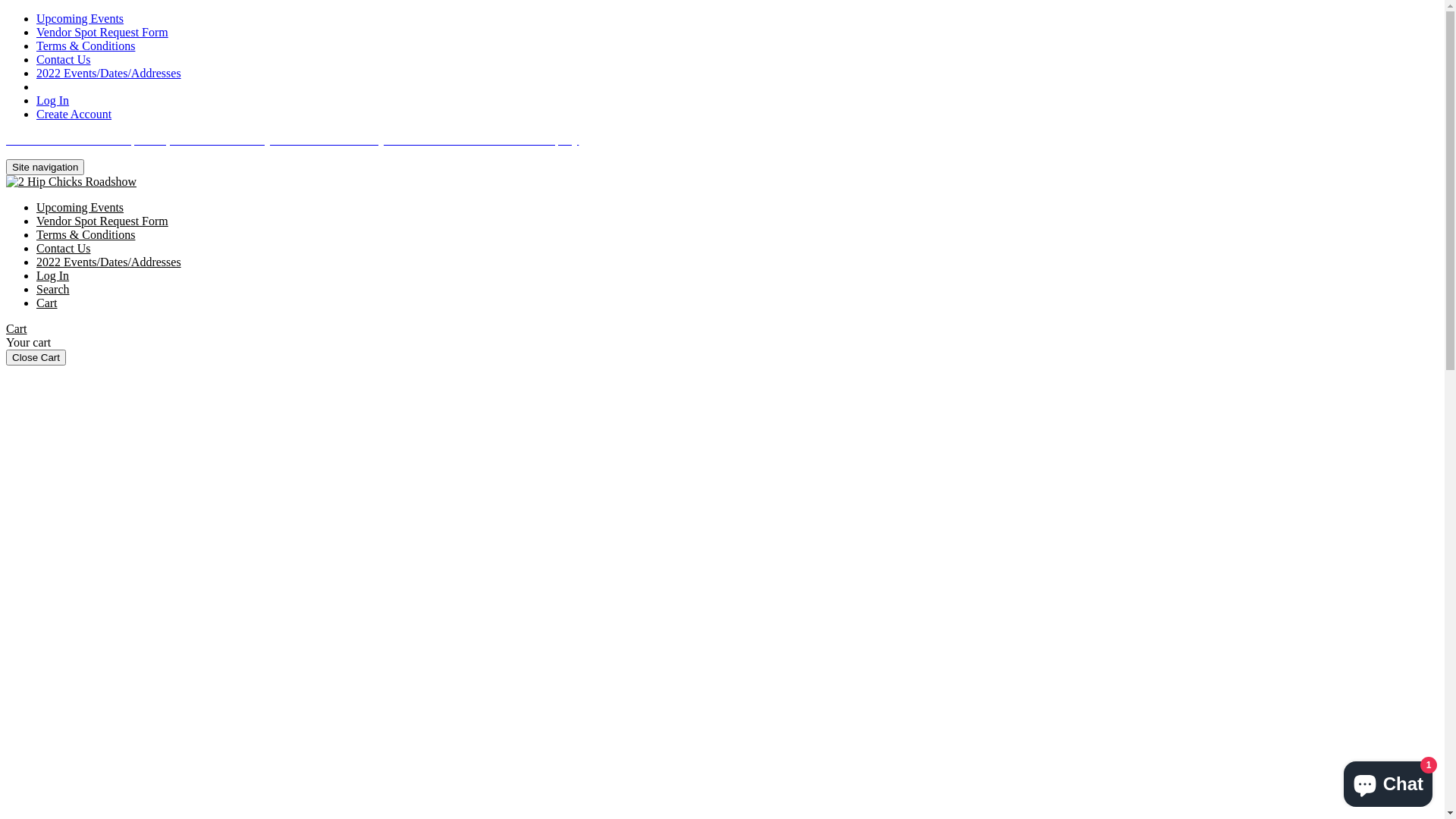 This screenshot has width=1456, height=819. I want to click on 'Close Cart', so click(36, 357).